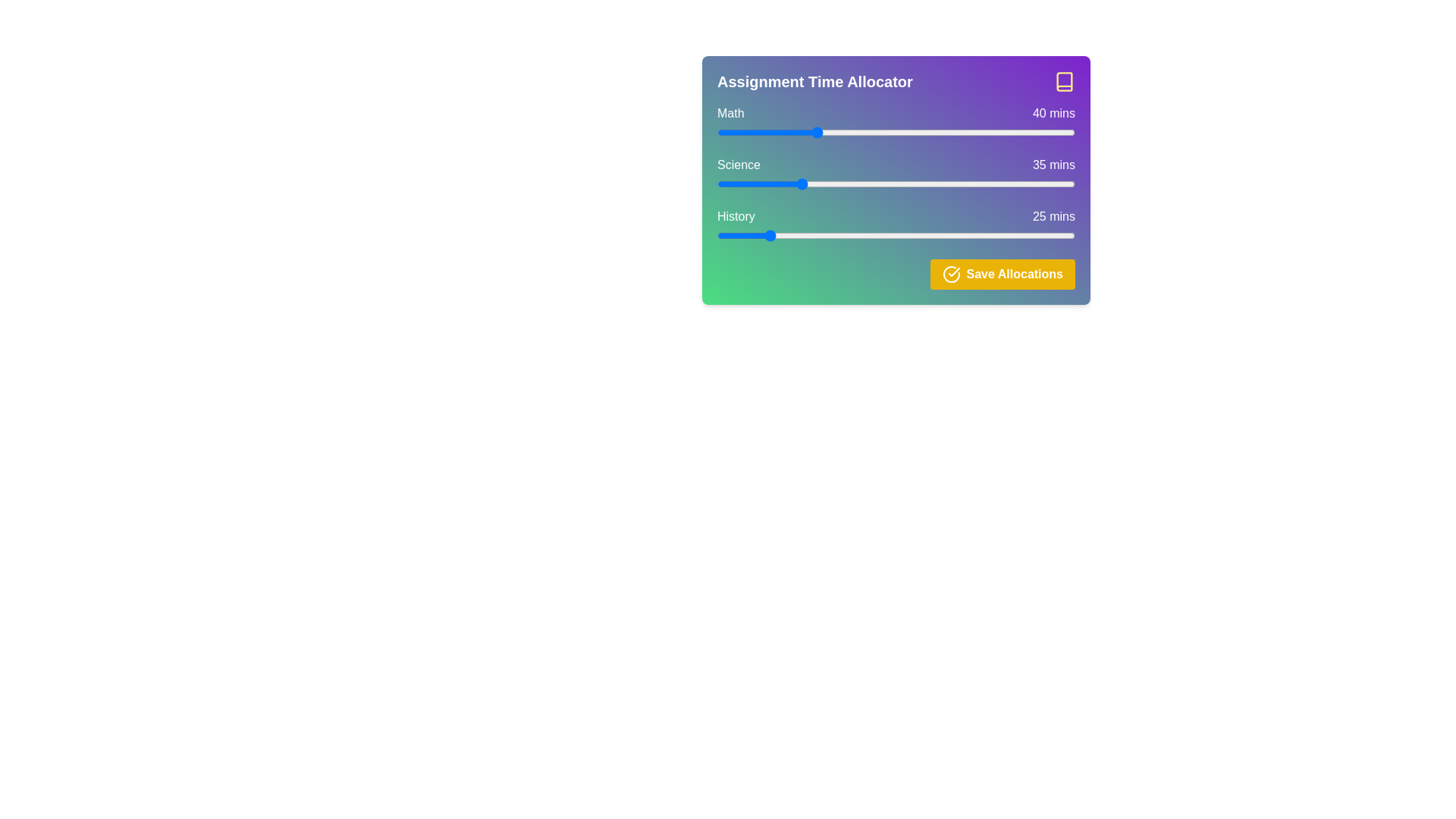 Image resolution: width=1456 pixels, height=819 pixels. Describe the element at coordinates (934, 236) in the screenshot. I see `the history allocation time` at that location.